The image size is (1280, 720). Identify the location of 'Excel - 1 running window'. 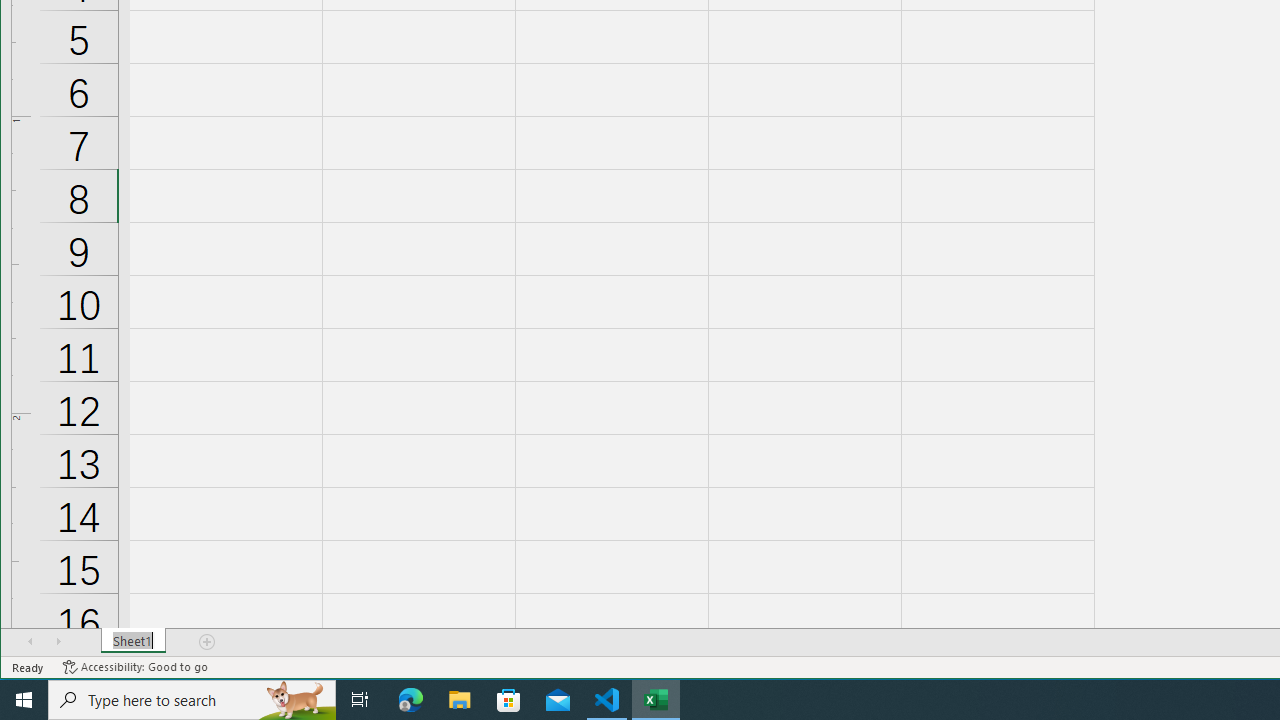
(656, 698).